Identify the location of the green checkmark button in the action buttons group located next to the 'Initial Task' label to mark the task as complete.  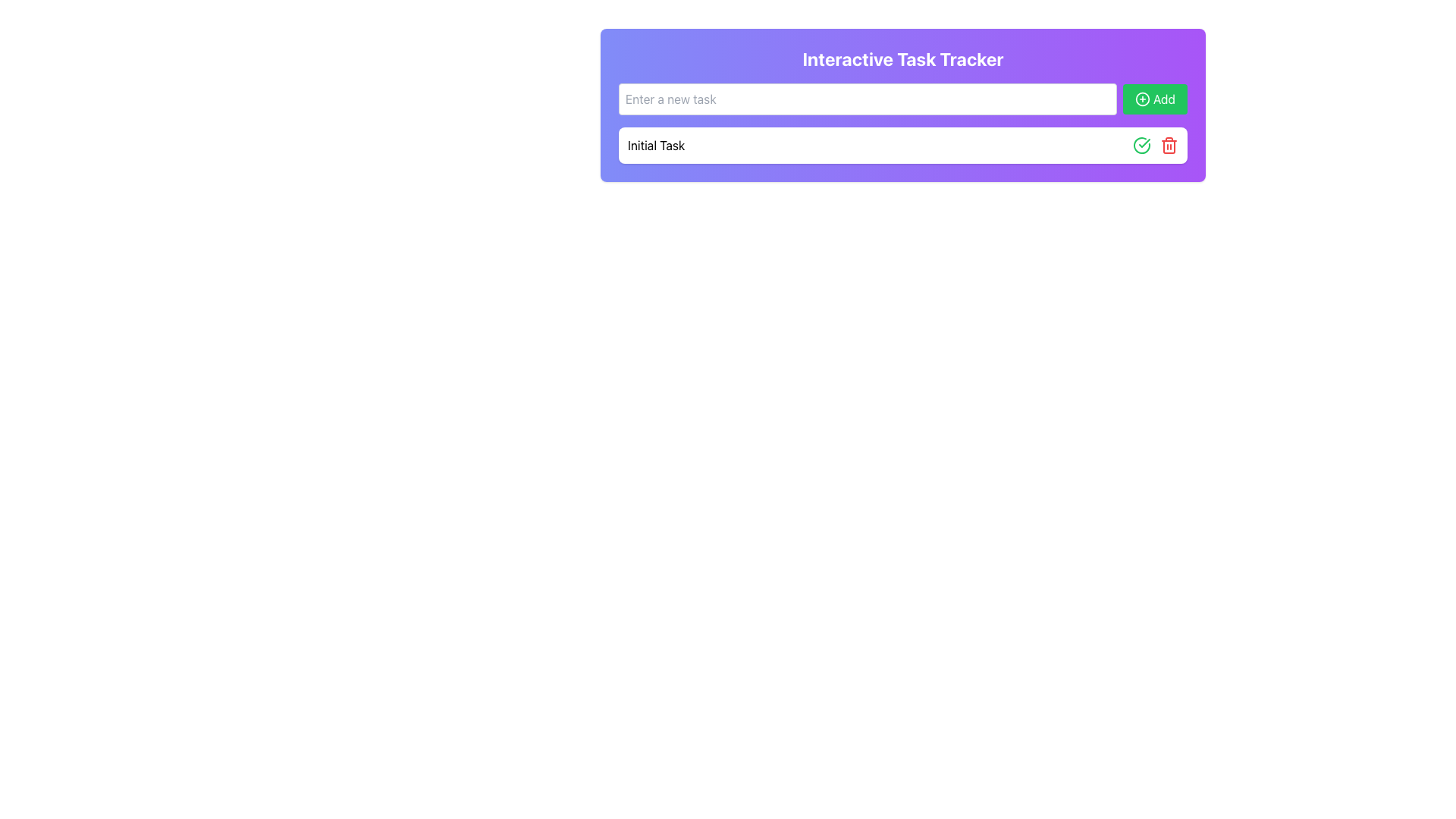
(1154, 146).